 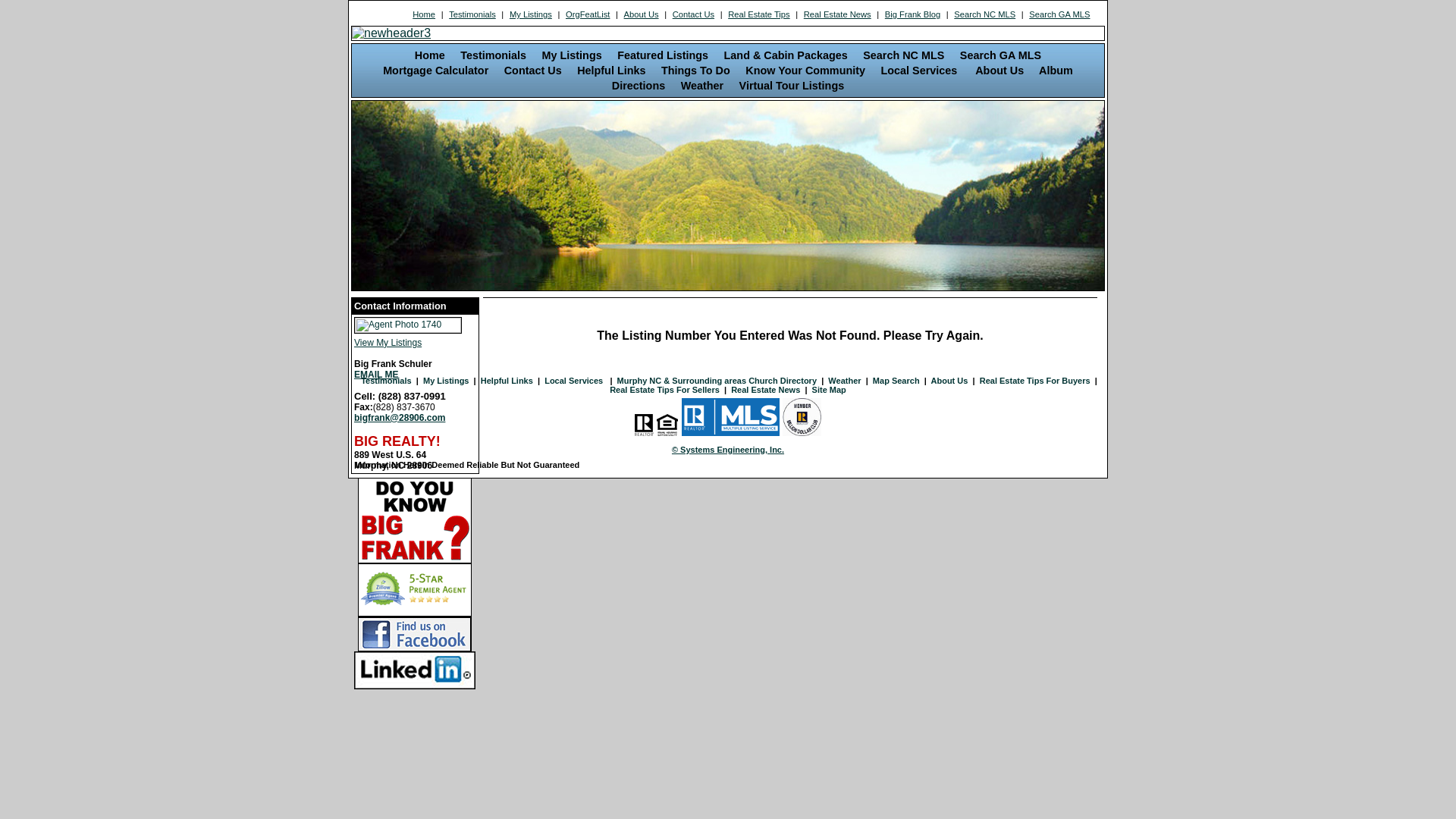 I want to click on 'Big Frank Blog', so click(x=883, y=14).